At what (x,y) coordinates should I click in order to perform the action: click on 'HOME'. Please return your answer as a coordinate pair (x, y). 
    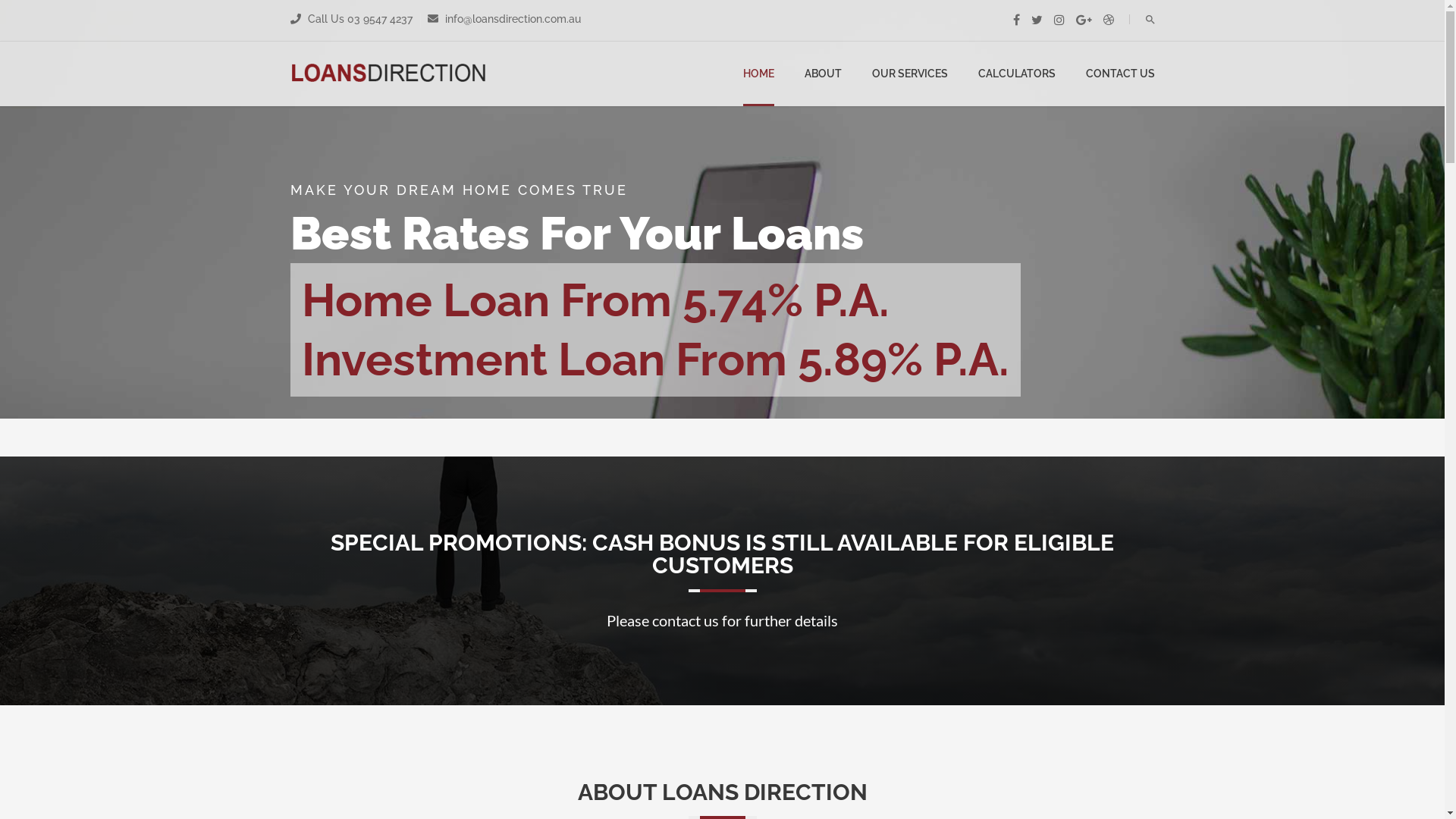
    Looking at the image, I should click on (758, 74).